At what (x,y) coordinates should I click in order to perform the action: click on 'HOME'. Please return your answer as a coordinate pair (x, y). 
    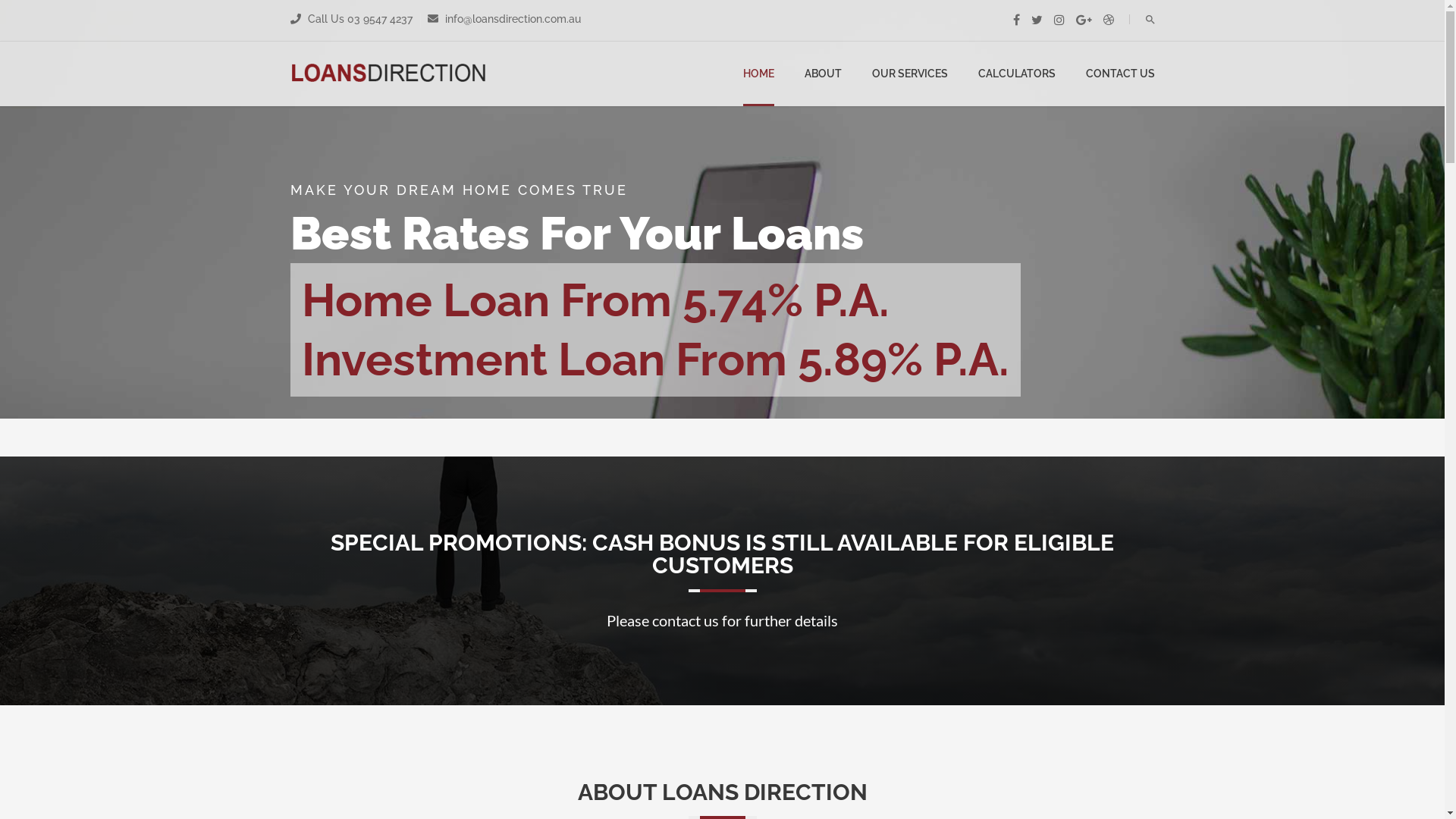
    Looking at the image, I should click on (758, 74).